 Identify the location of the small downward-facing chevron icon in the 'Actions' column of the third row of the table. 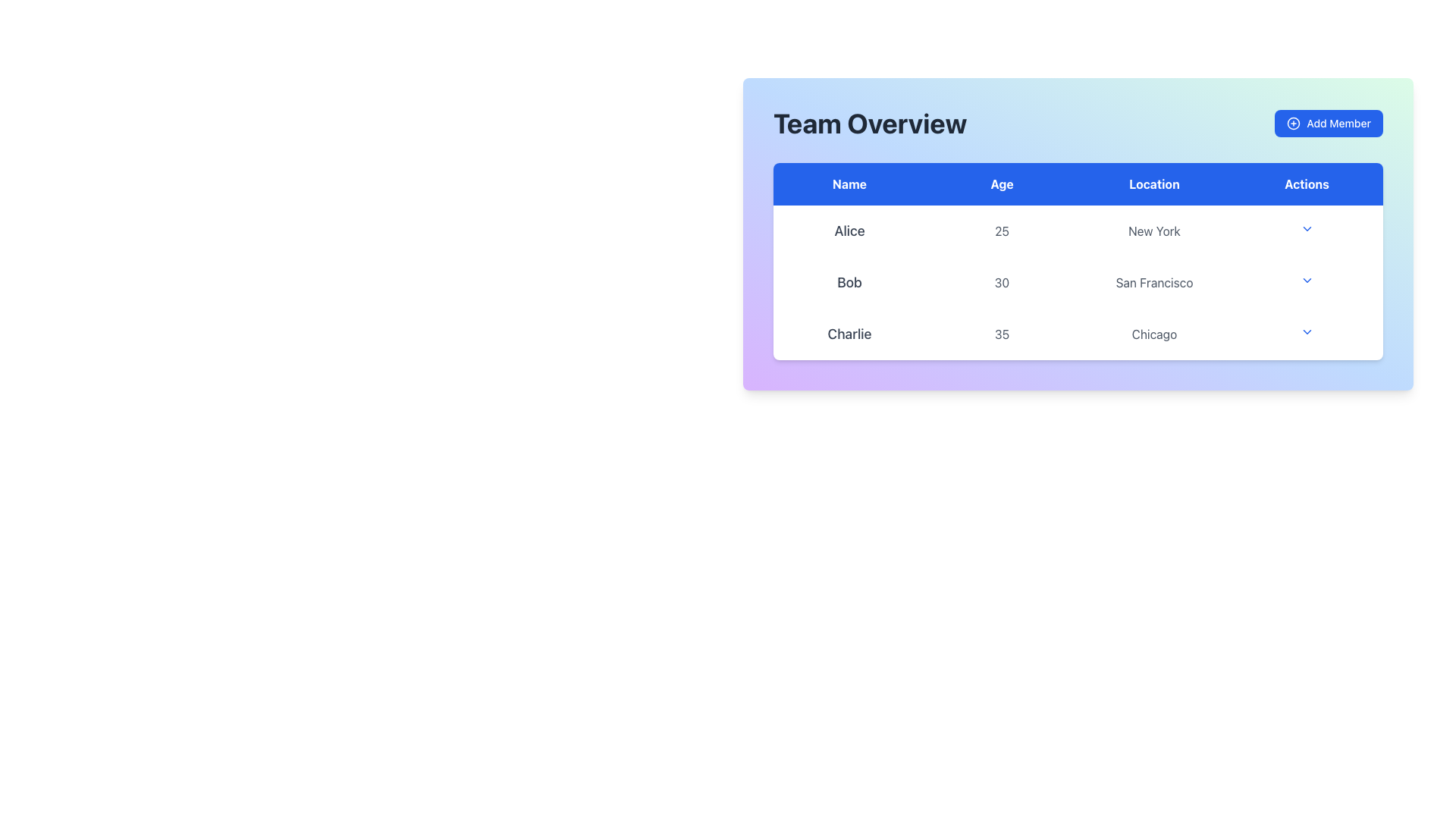
(1306, 331).